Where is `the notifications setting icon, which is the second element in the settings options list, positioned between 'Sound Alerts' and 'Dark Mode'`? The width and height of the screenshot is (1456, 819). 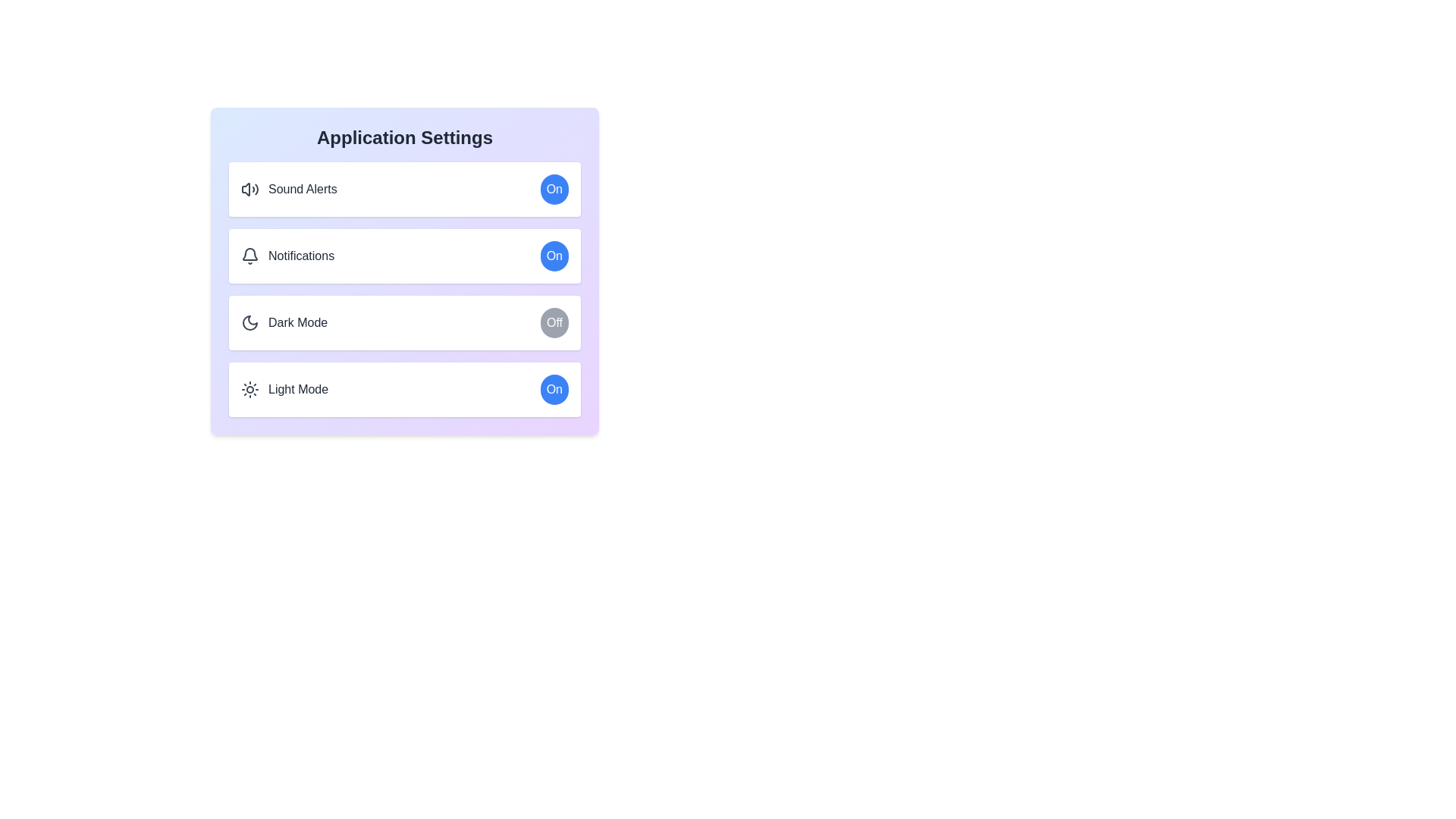 the notifications setting icon, which is the second element in the settings options list, positioned between 'Sound Alerts' and 'Dark Mode' is located at coordinates (250, 253).